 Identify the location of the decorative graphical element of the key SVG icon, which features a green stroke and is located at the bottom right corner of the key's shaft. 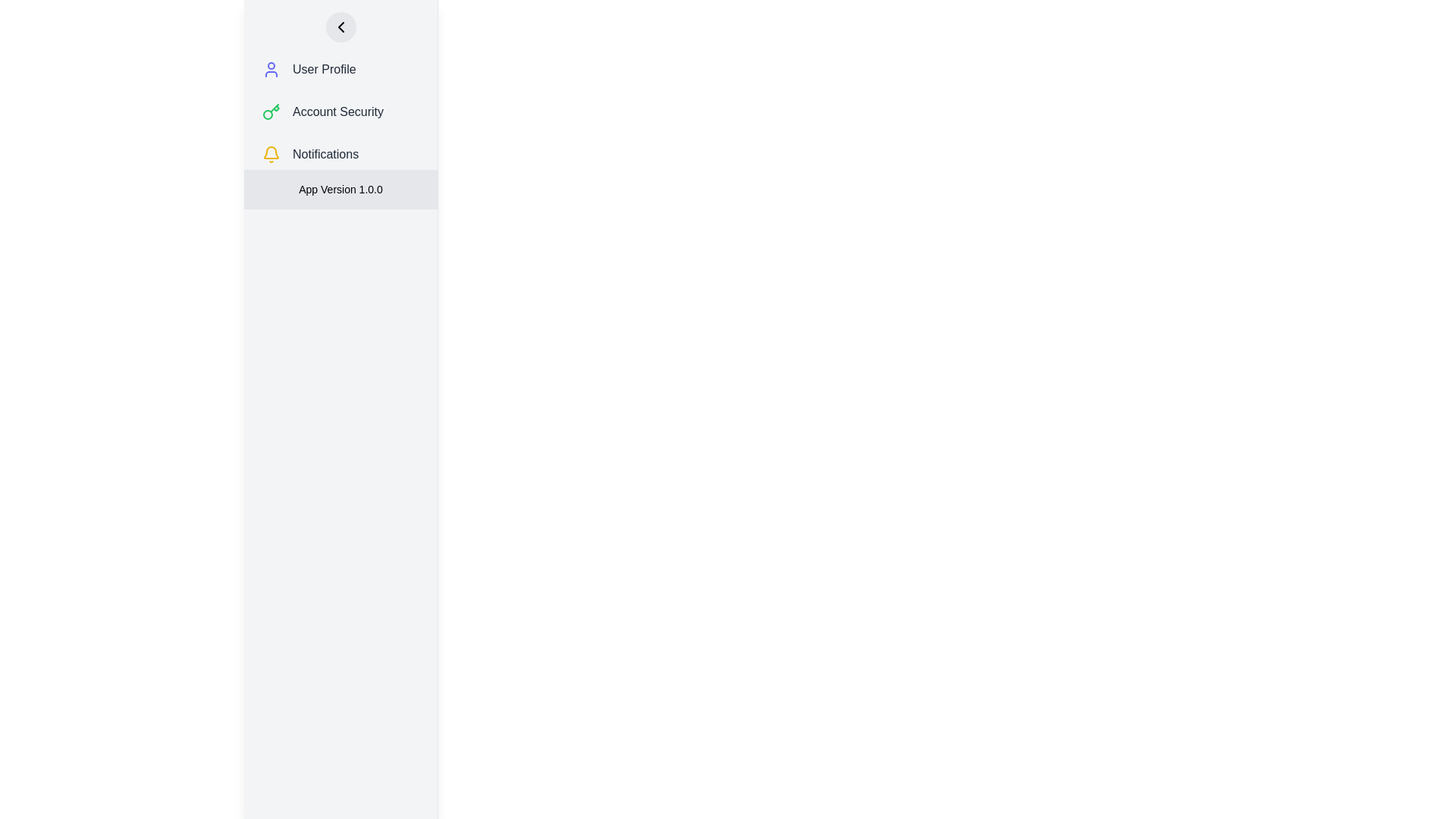
(275, 107).